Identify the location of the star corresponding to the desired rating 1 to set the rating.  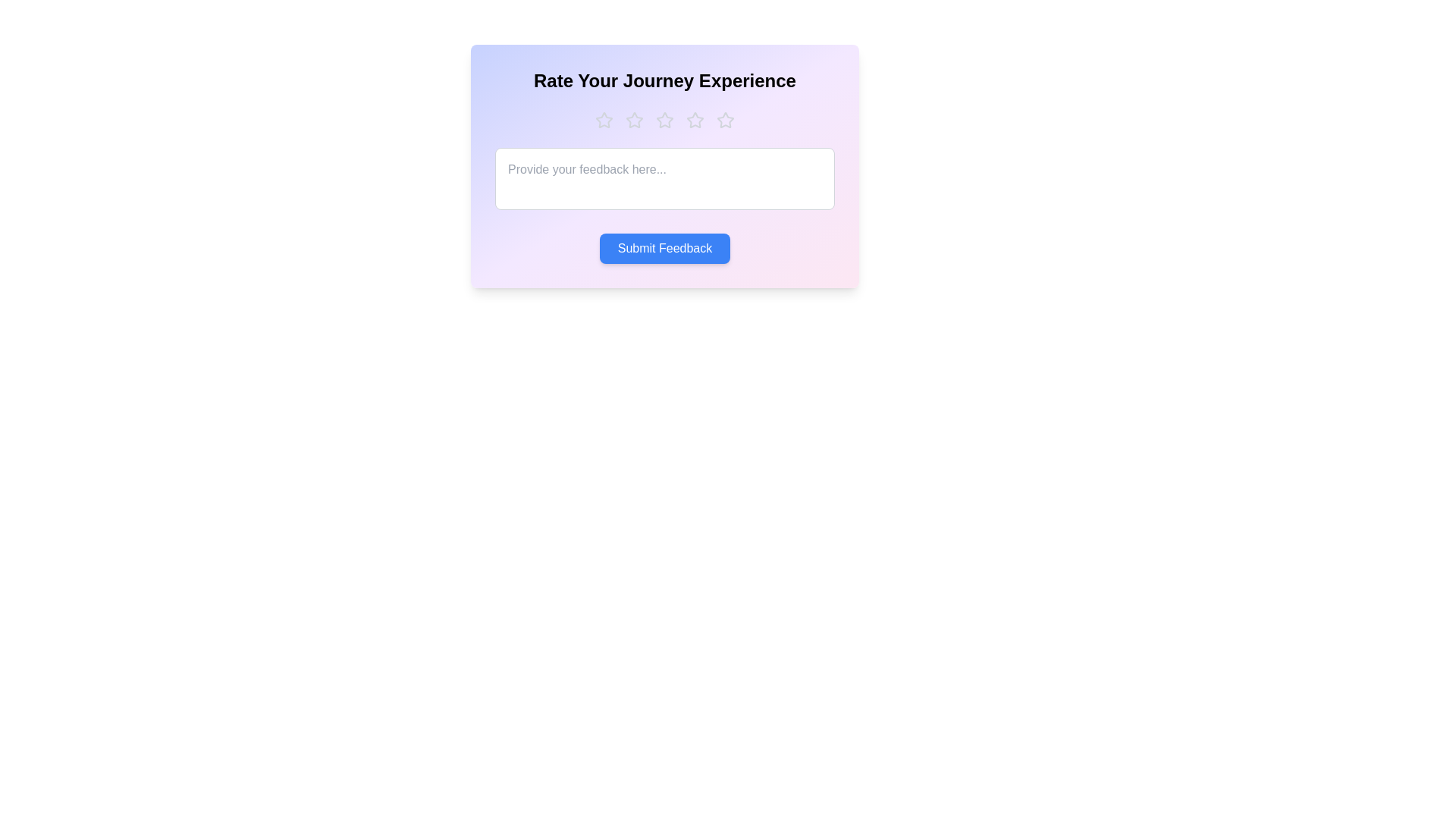
(603, 119).